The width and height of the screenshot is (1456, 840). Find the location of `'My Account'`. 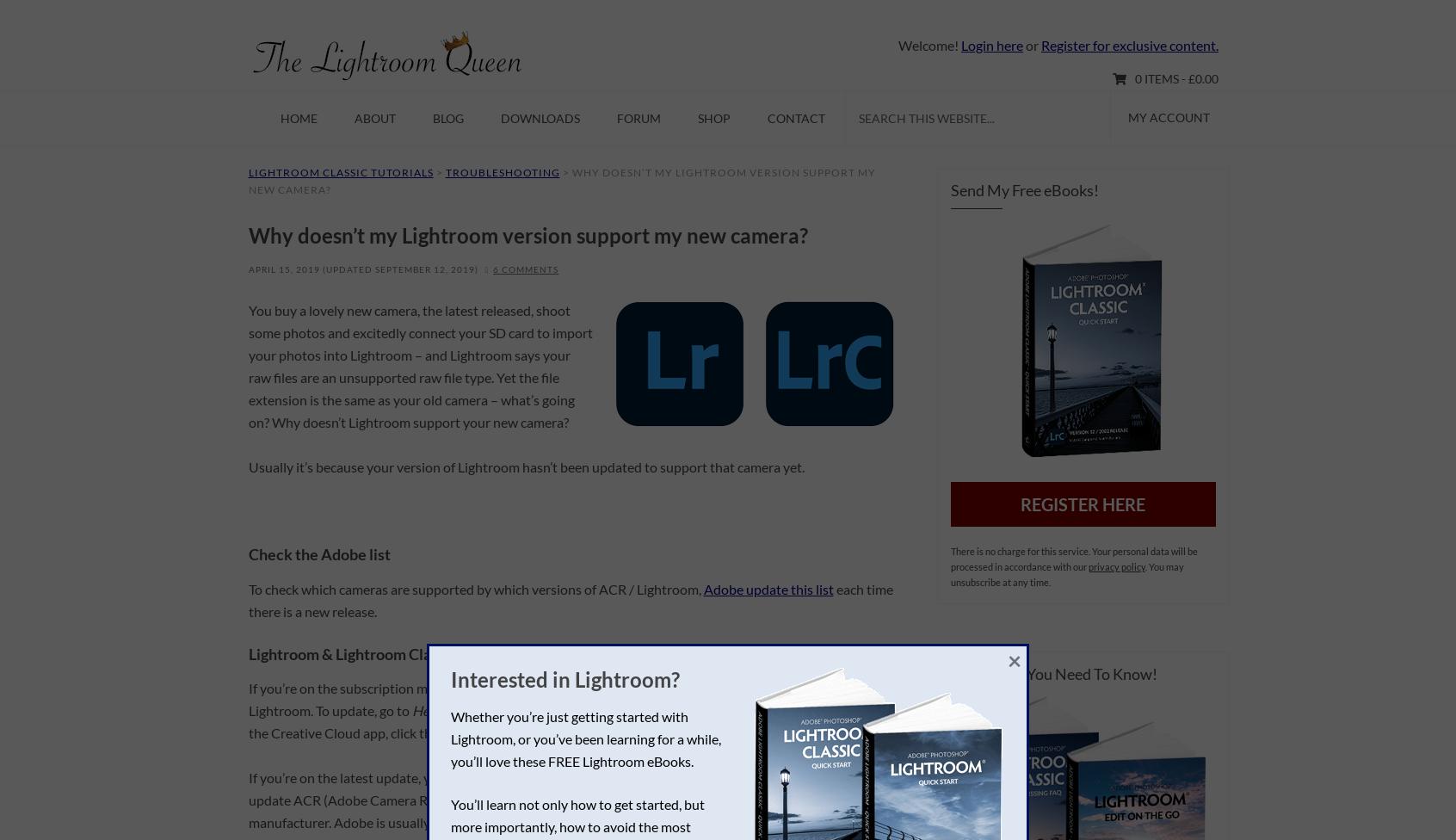

'My Account' is located at coordinates (1169, 116).